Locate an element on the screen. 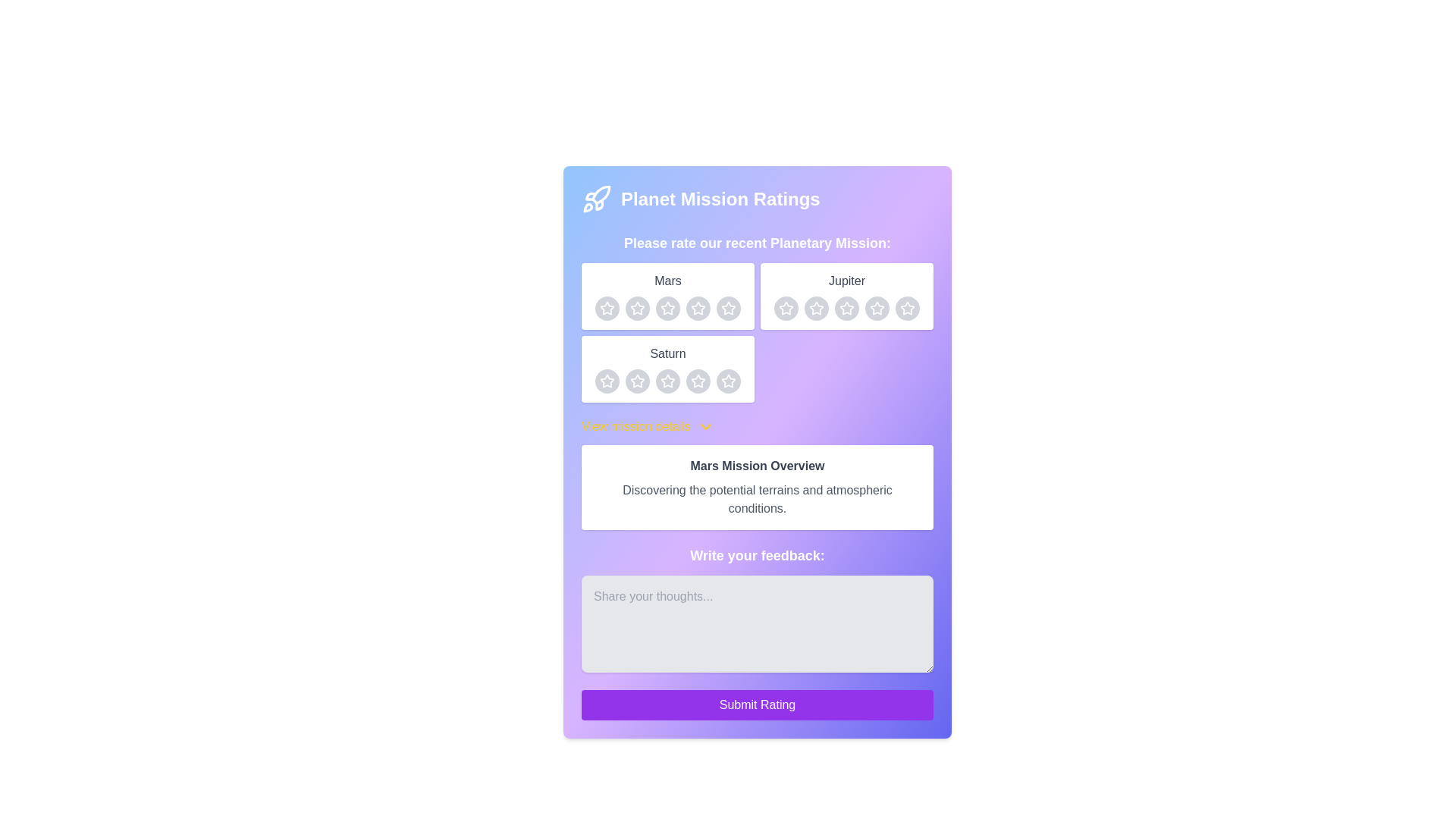 The width and height of the screenshot is (1456, 819). the decorative icon representing space missions located at the top left of the card header beside the title 'Planet Mission Ratings' is located at coordinates (596, 198).